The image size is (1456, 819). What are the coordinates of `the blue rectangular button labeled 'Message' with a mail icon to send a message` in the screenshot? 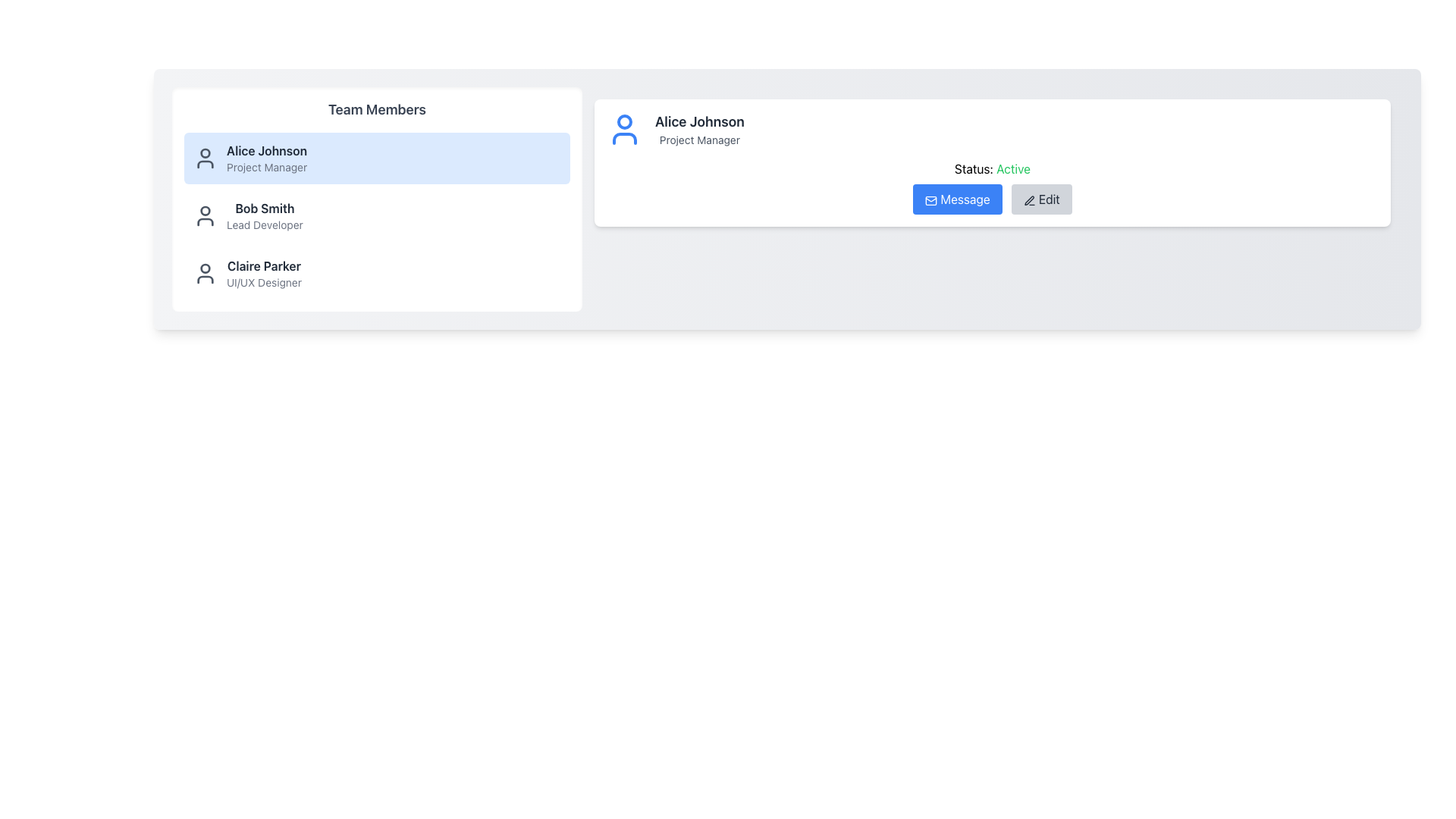 It's located at (956, 198).